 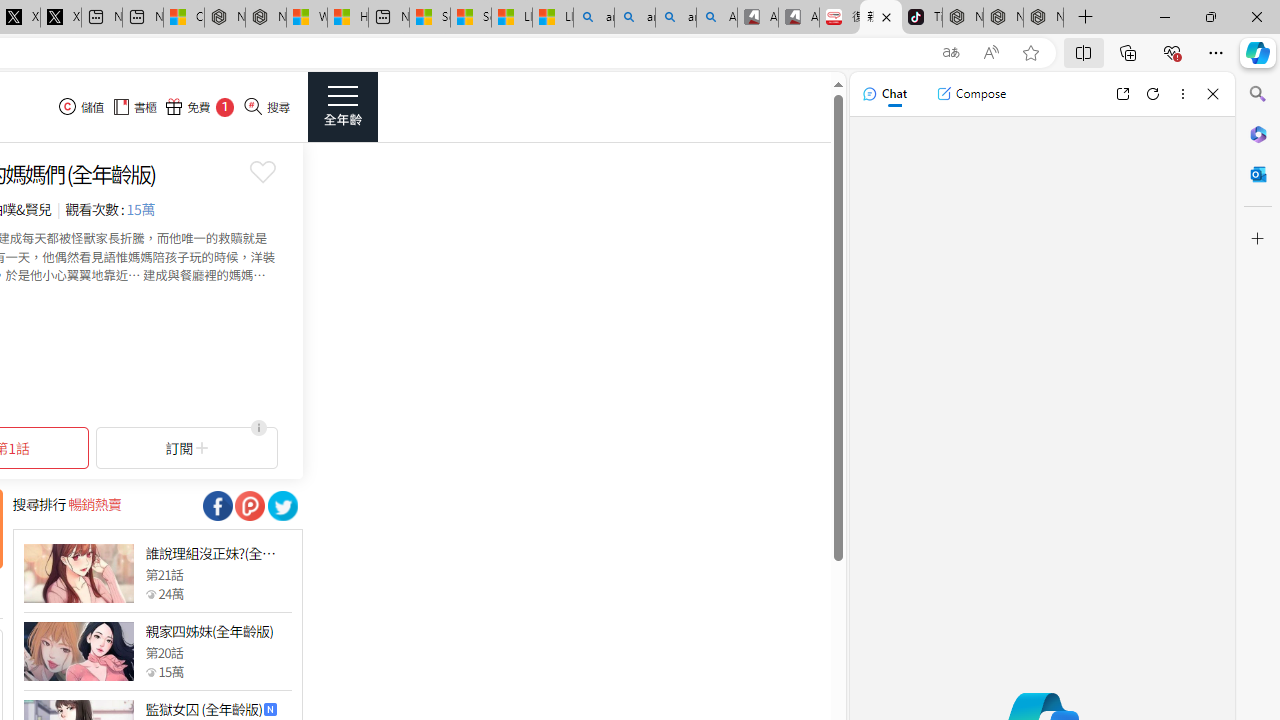 I want to click on 'Class: side_menu_btn actionRightMenuBtn', so click(x=342, y=106).